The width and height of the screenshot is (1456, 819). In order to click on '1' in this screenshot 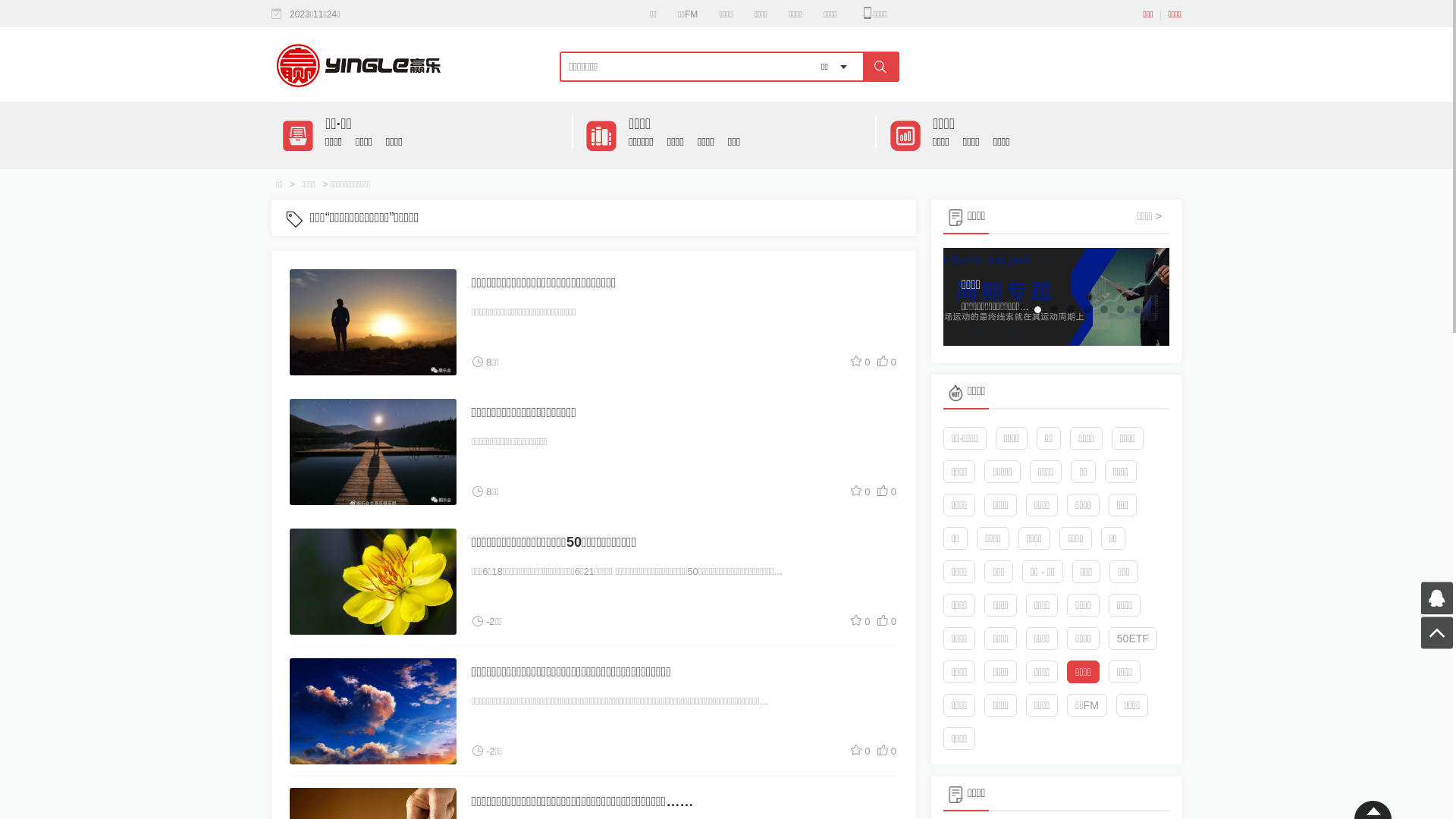, I will do `click(971, 309)`.